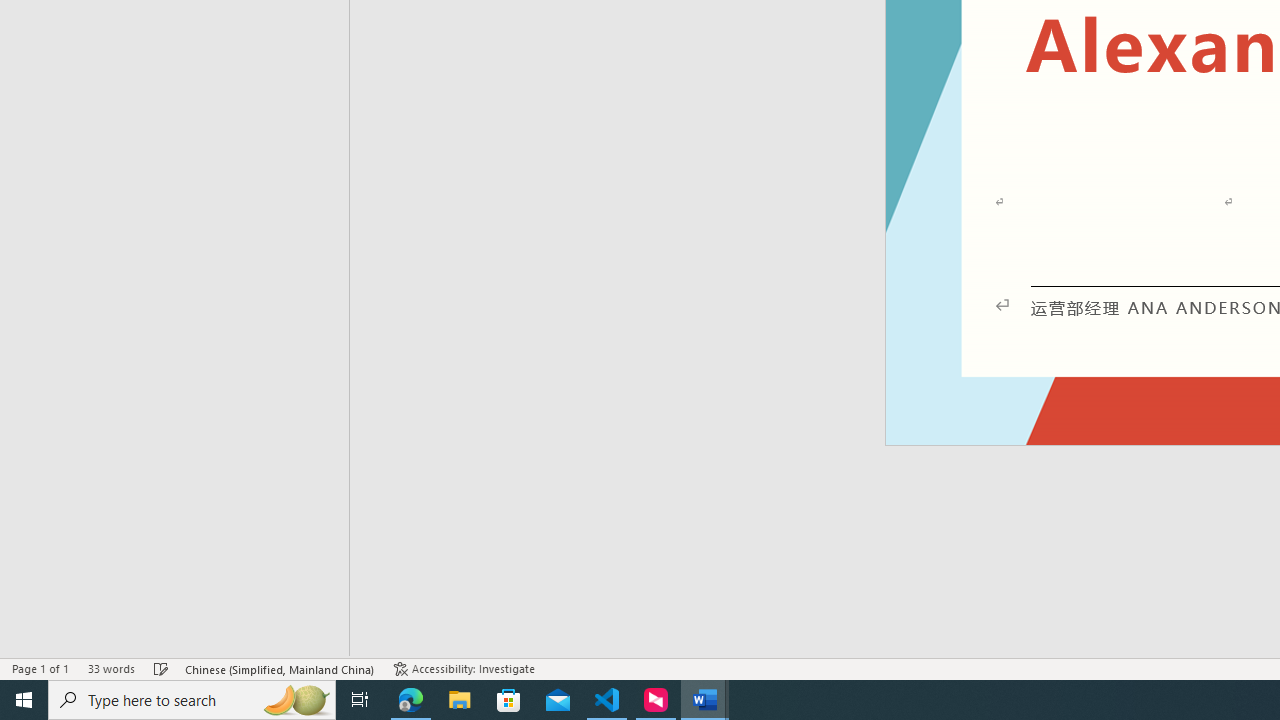  Describe the element at coordinates (40, 669) in the screenshot. I see `'Page Number Page 1 of 1'` at that location.